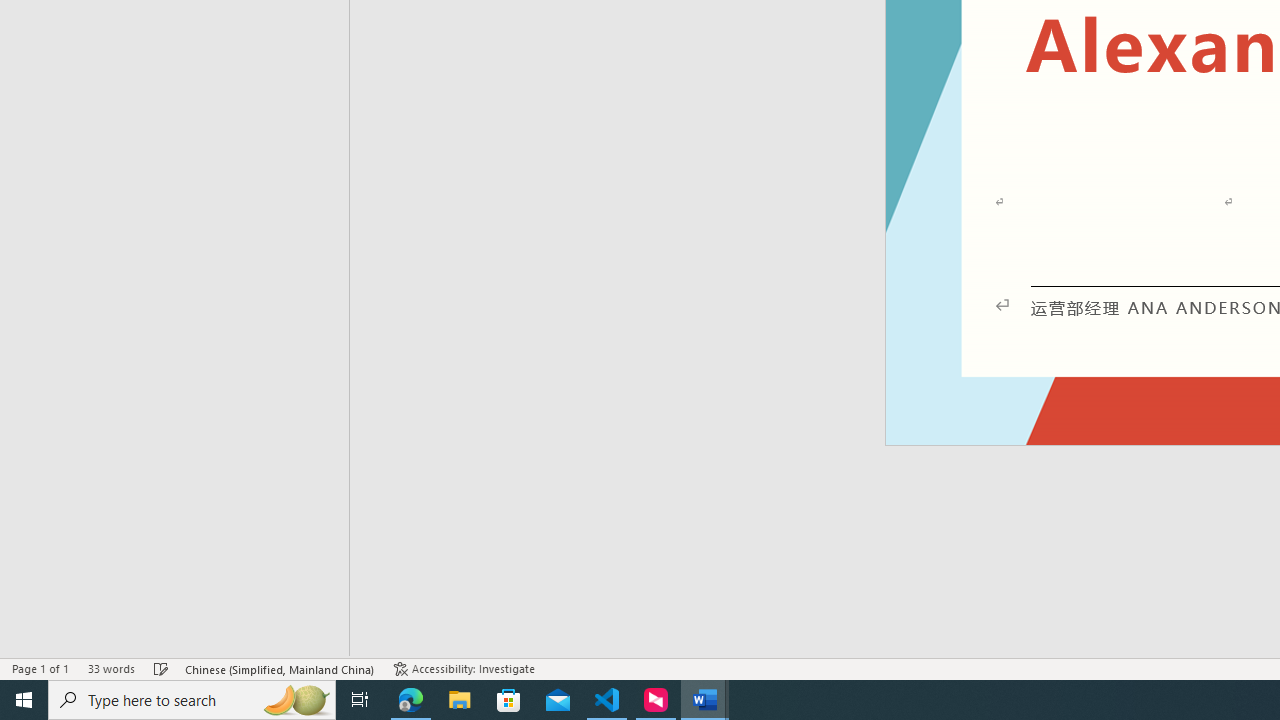  Describe the element at coordinates (40, 669) in the screenshot. I see `'Page Number Page 1 of 1'` at that location.